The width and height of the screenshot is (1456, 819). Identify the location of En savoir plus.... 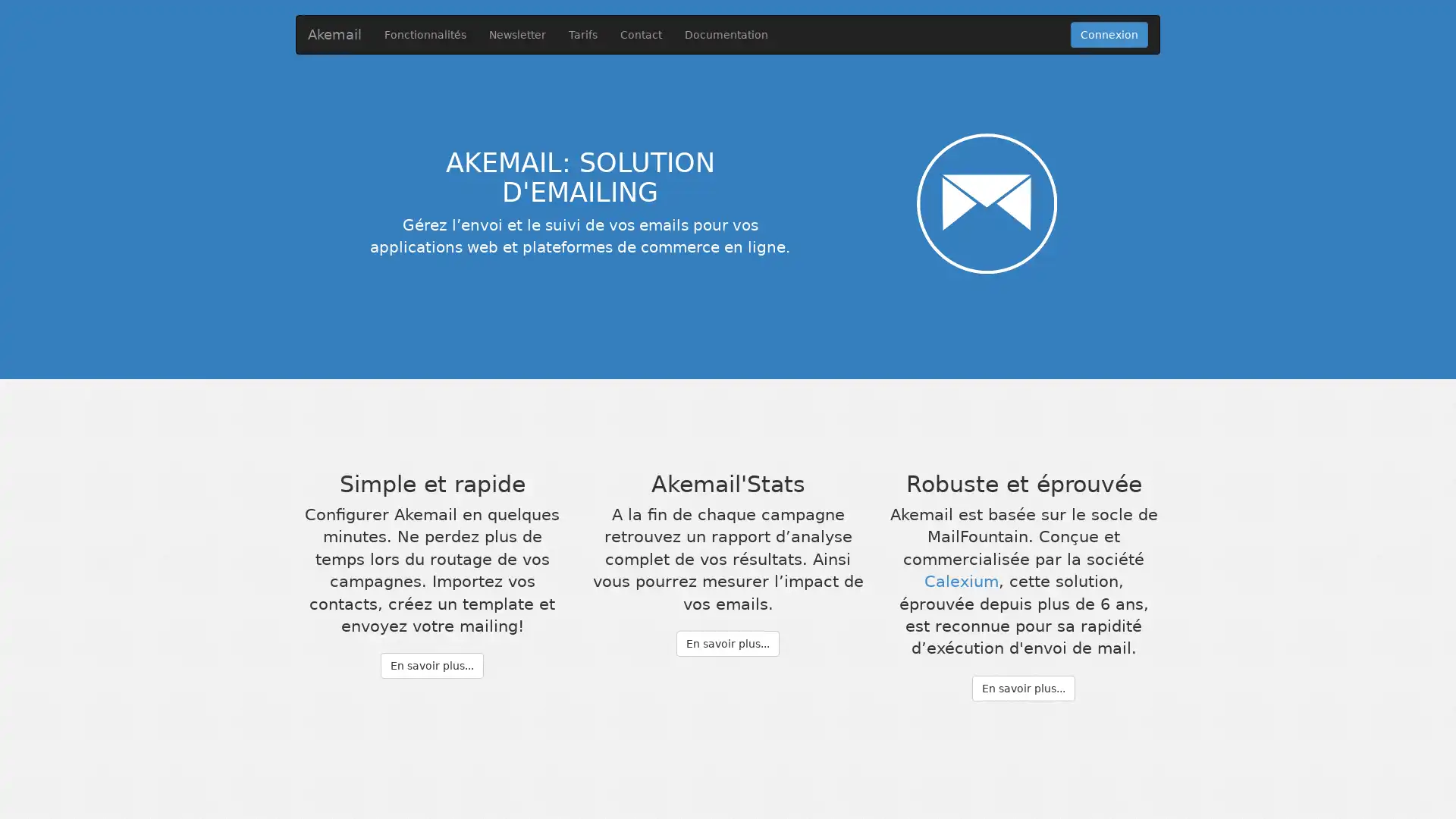
(1023, 687).